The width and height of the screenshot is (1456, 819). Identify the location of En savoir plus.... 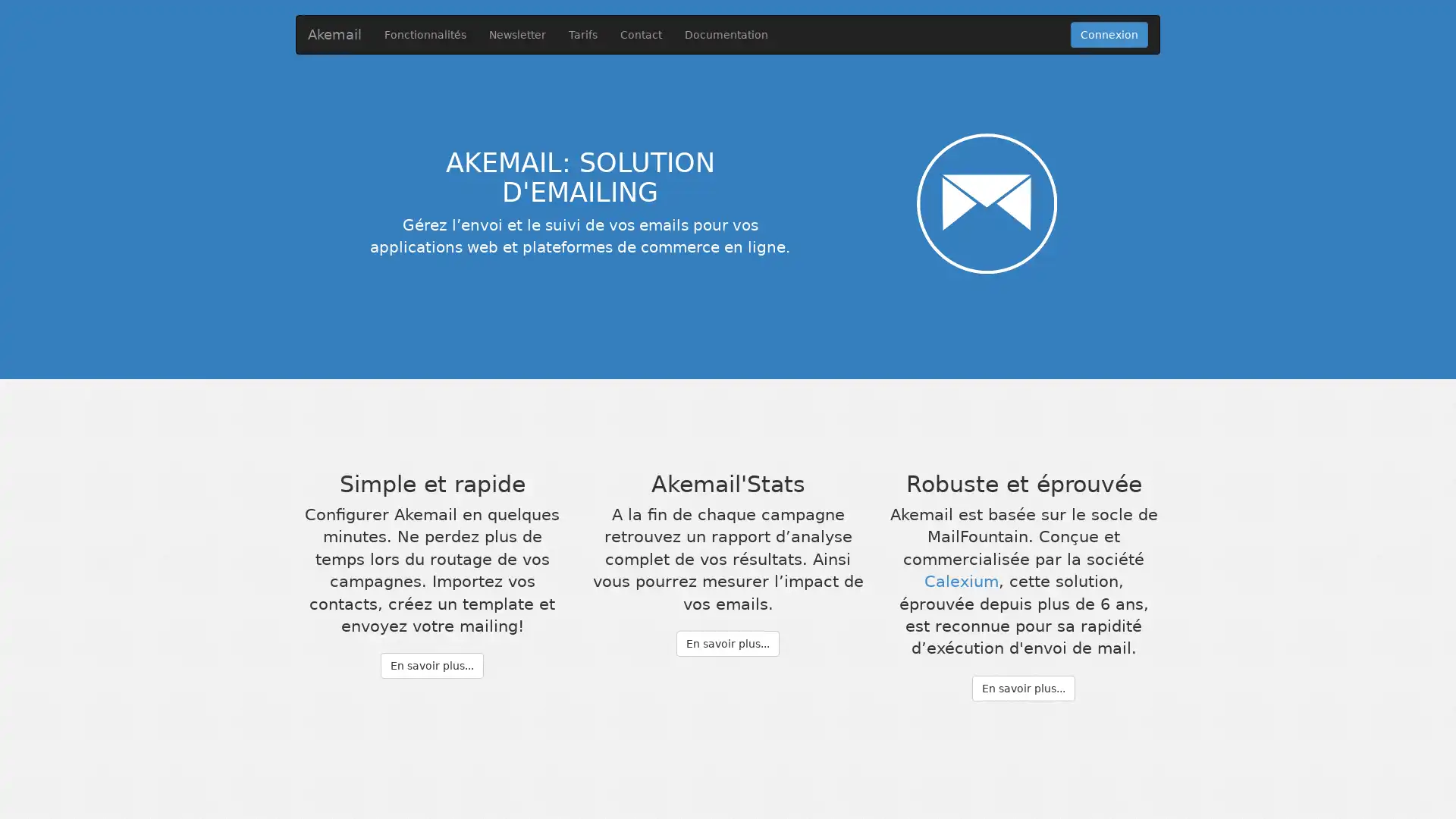
(1023, 687).